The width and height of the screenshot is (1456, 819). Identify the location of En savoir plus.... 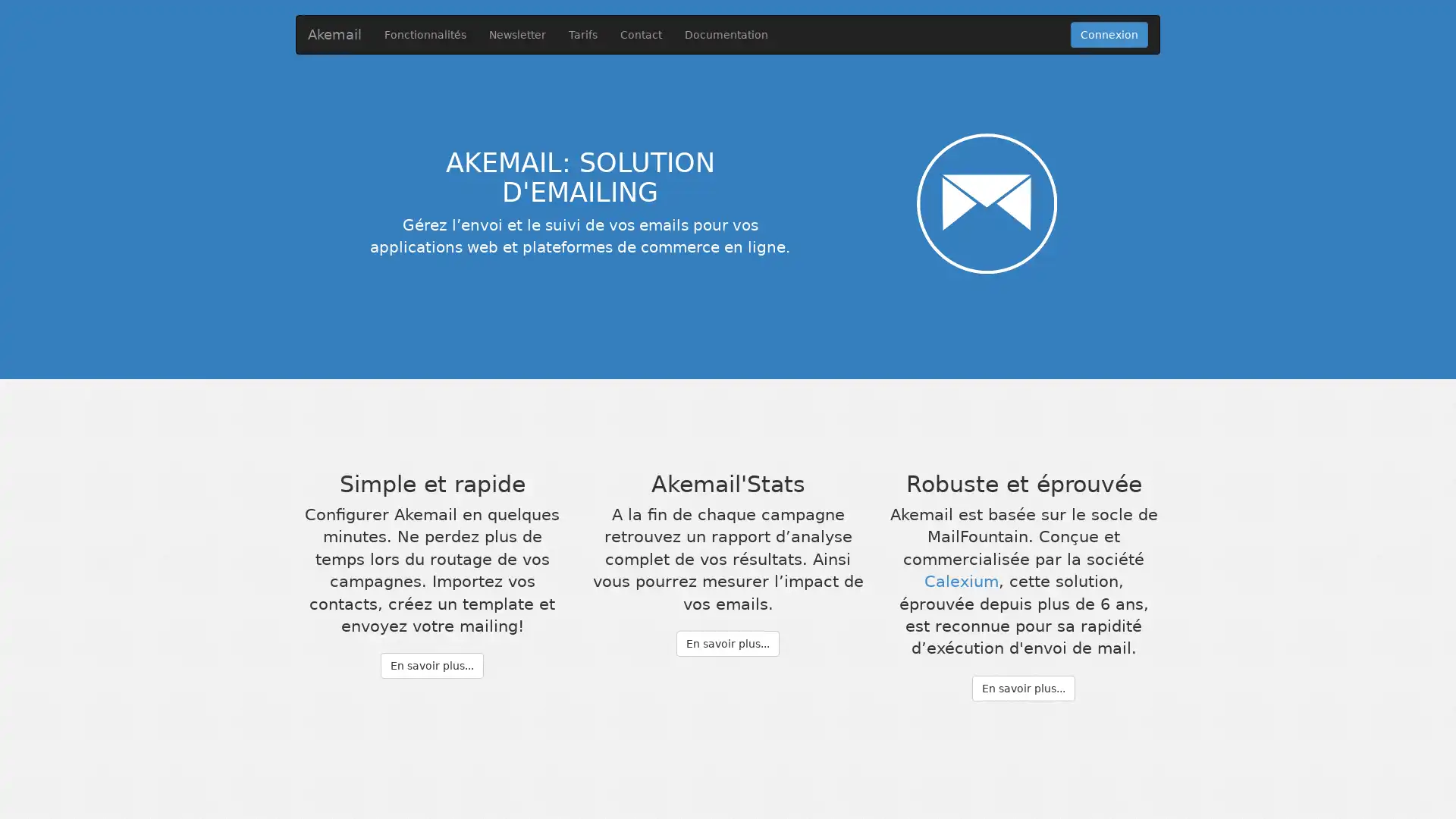
(1023, 687).